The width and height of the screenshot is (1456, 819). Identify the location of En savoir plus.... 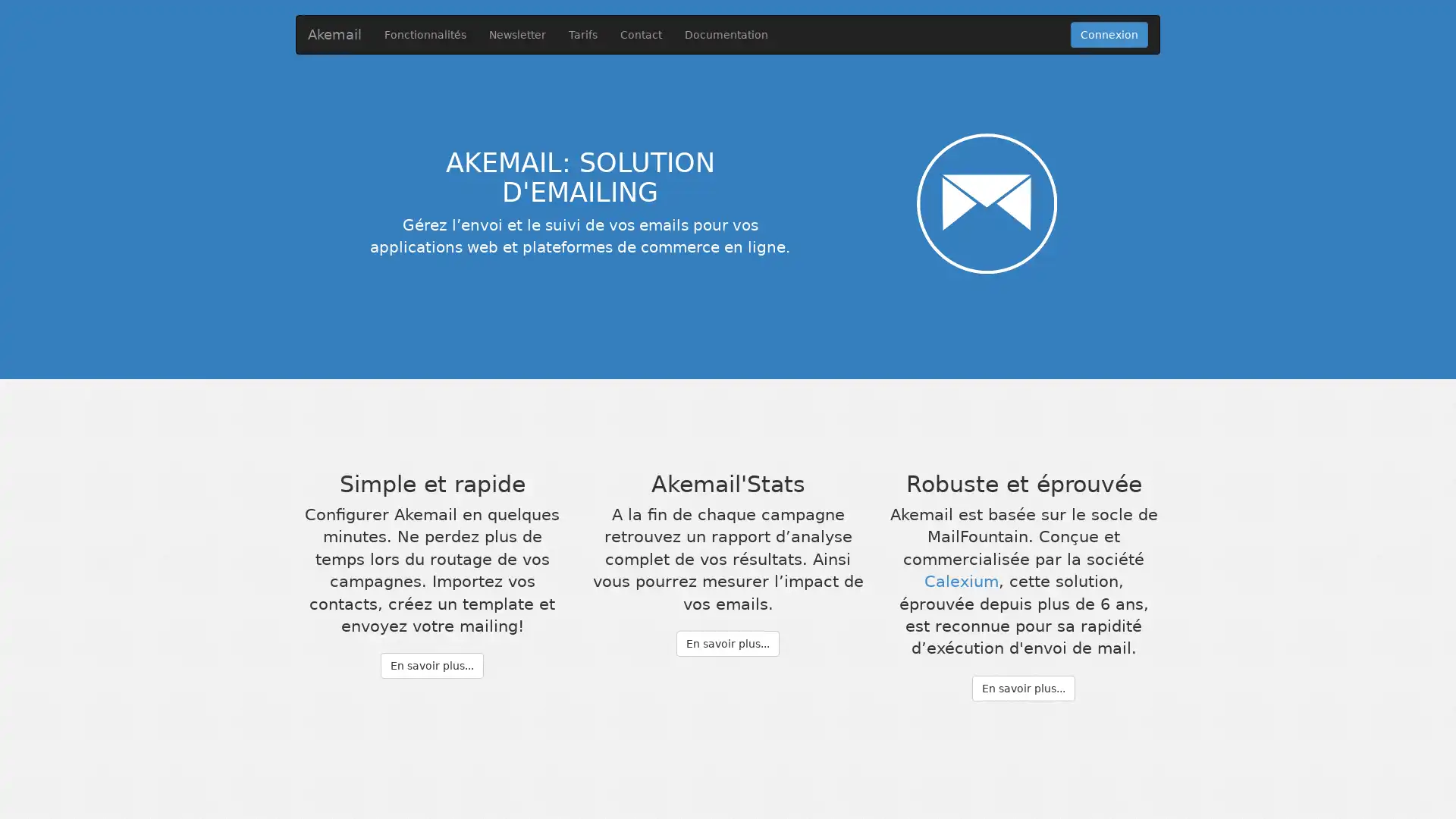
(1023, 687).